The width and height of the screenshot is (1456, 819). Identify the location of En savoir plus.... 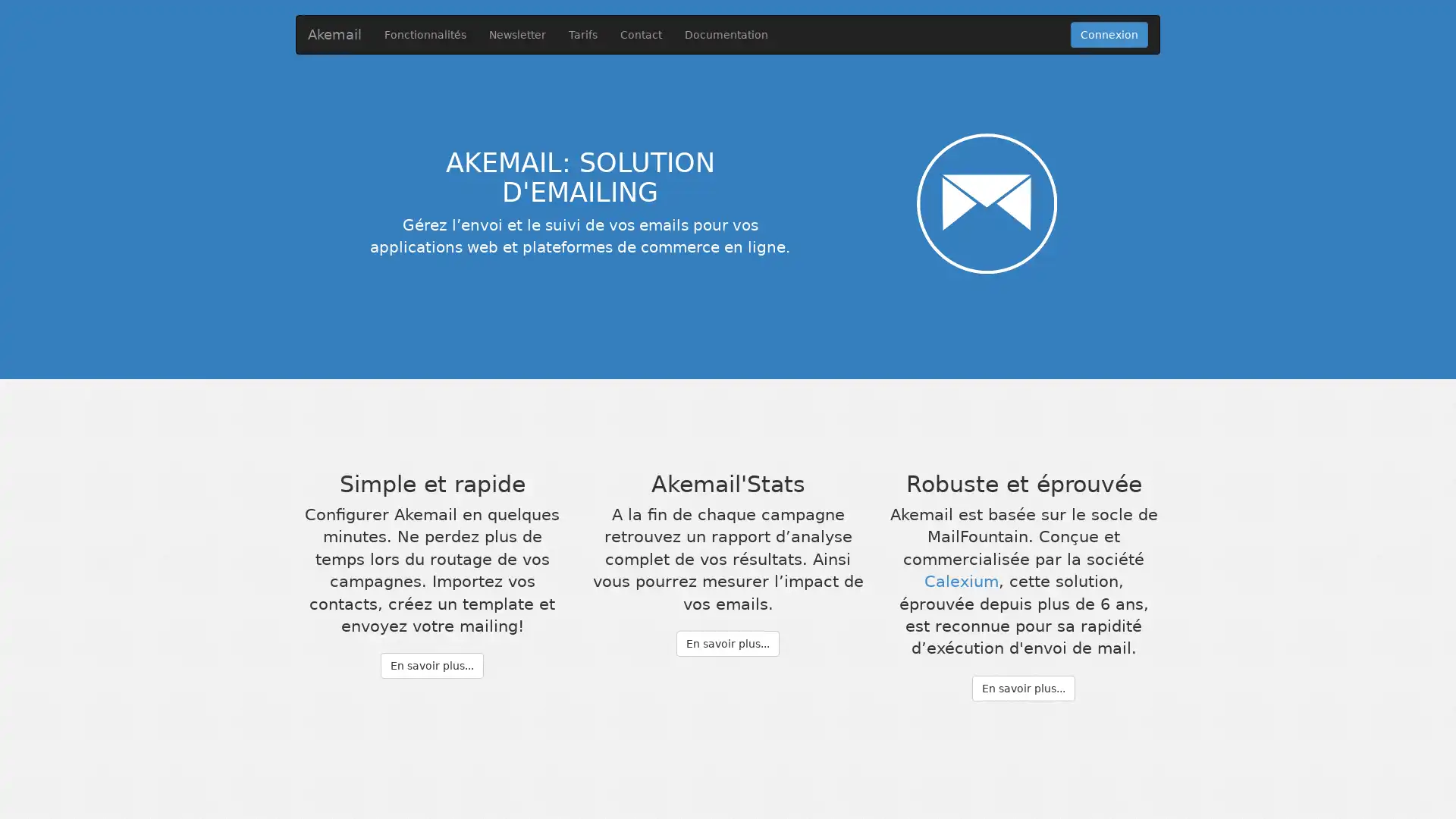
(1023, 687).